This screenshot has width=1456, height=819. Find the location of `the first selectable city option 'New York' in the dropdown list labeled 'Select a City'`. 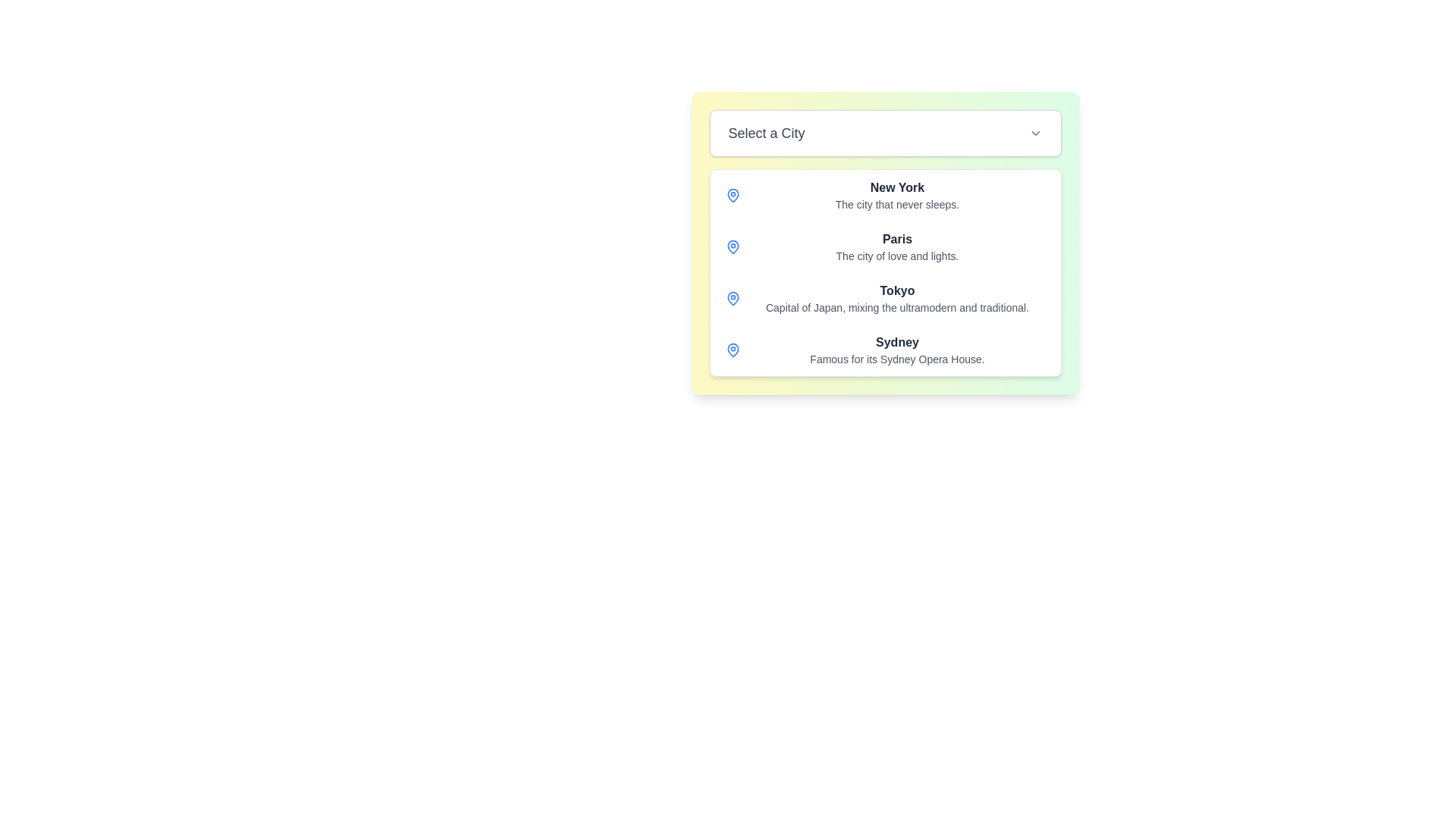

the first selectable city option 'New York' in the dropdown list labeled 'Select a City' is located at coordinates (897, 195).